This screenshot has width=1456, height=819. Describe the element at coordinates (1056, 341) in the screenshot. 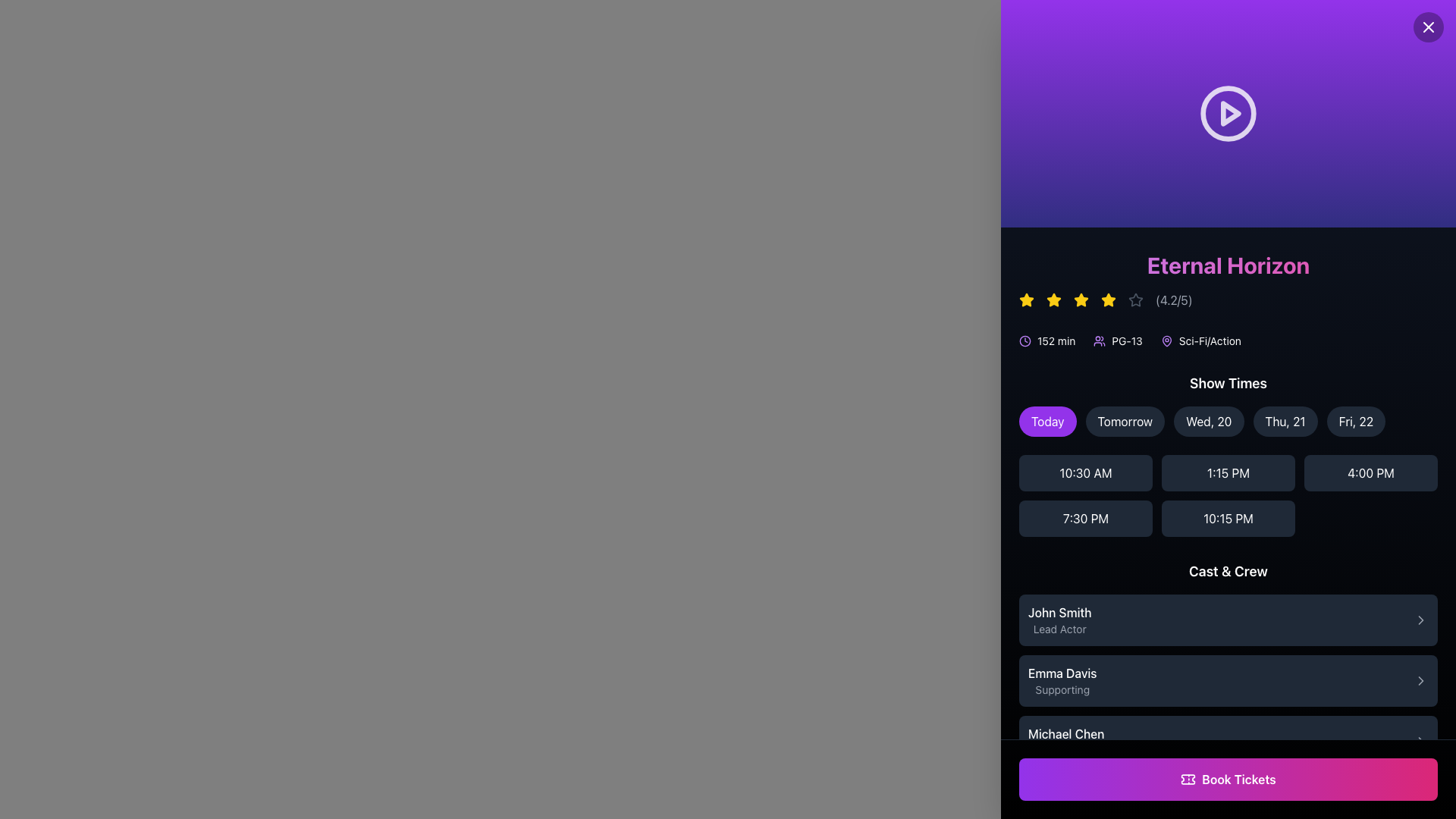

I see `the static text displaying '152 min', which is a light-colored label against a dark background, positioned to the right of a clock icon` at that location.